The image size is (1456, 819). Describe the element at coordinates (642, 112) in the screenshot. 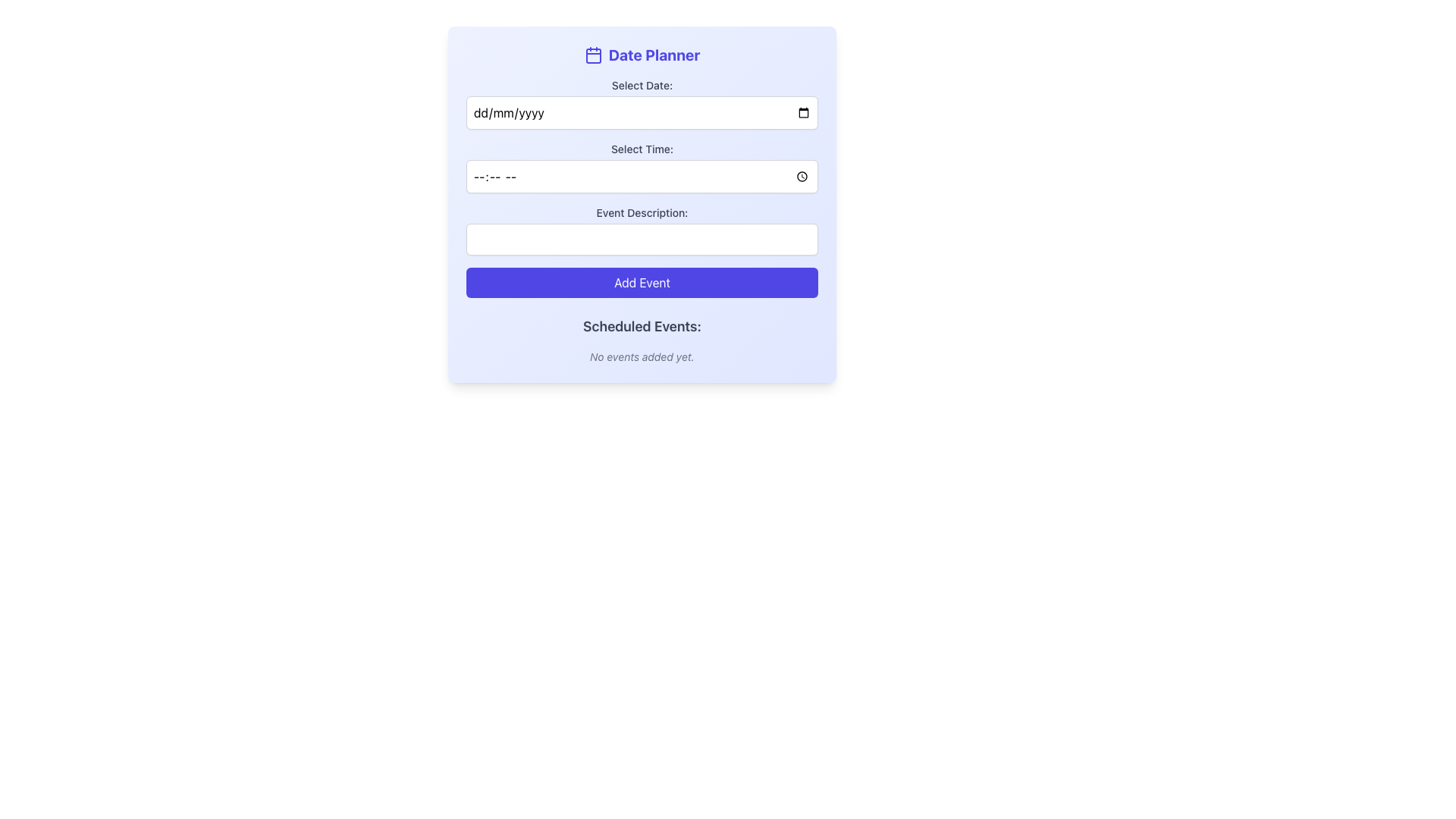

I see `a date from the calendar picker by clicking on the Date Input Field, which is a white rectangular text input with rounded corners, displaying a placeholder 'dd/mm/yyyy' and a calendar icon on the right` at that location.